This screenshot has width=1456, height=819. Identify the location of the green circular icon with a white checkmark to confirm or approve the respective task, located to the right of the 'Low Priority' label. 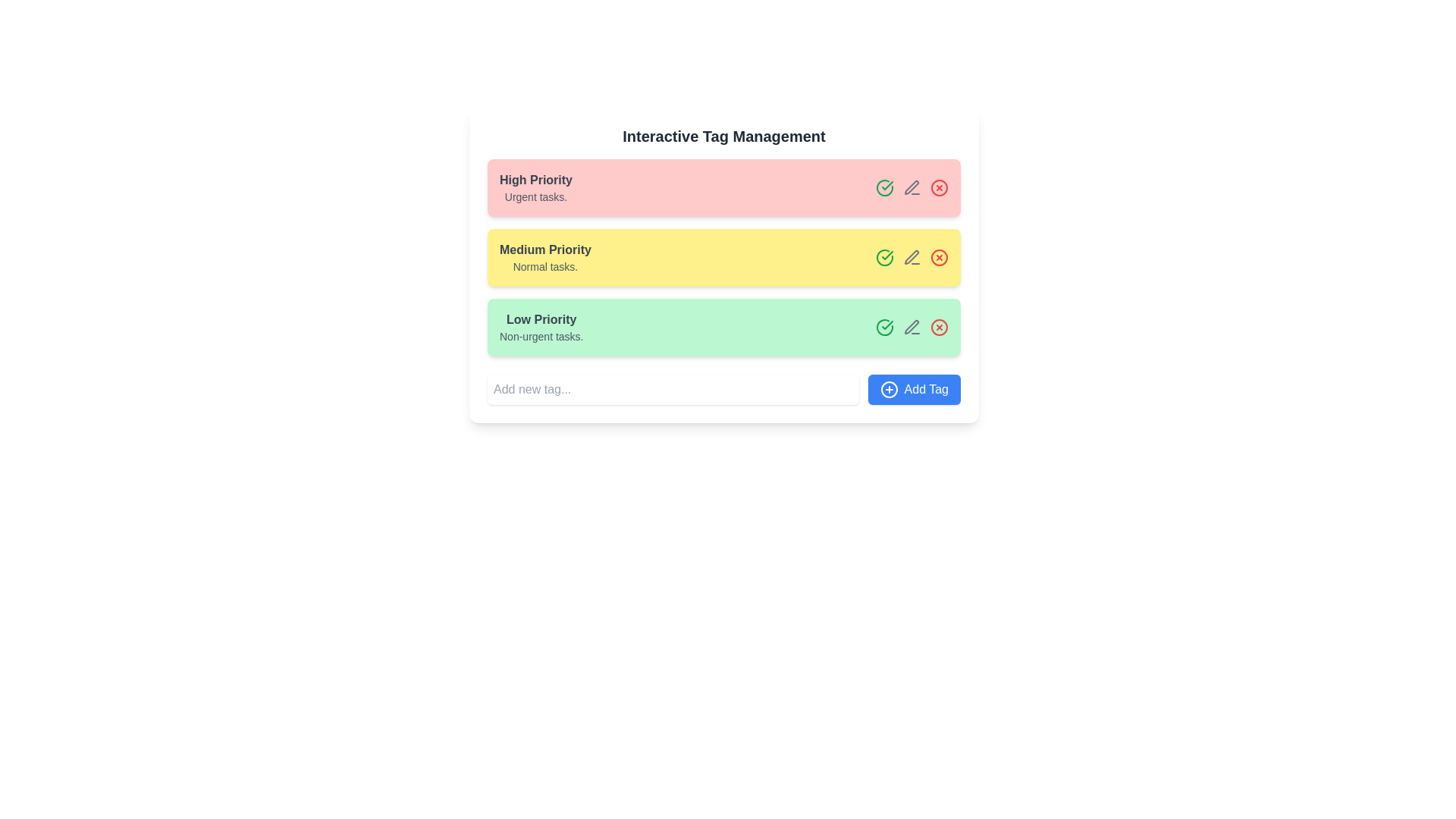
(884, 327).